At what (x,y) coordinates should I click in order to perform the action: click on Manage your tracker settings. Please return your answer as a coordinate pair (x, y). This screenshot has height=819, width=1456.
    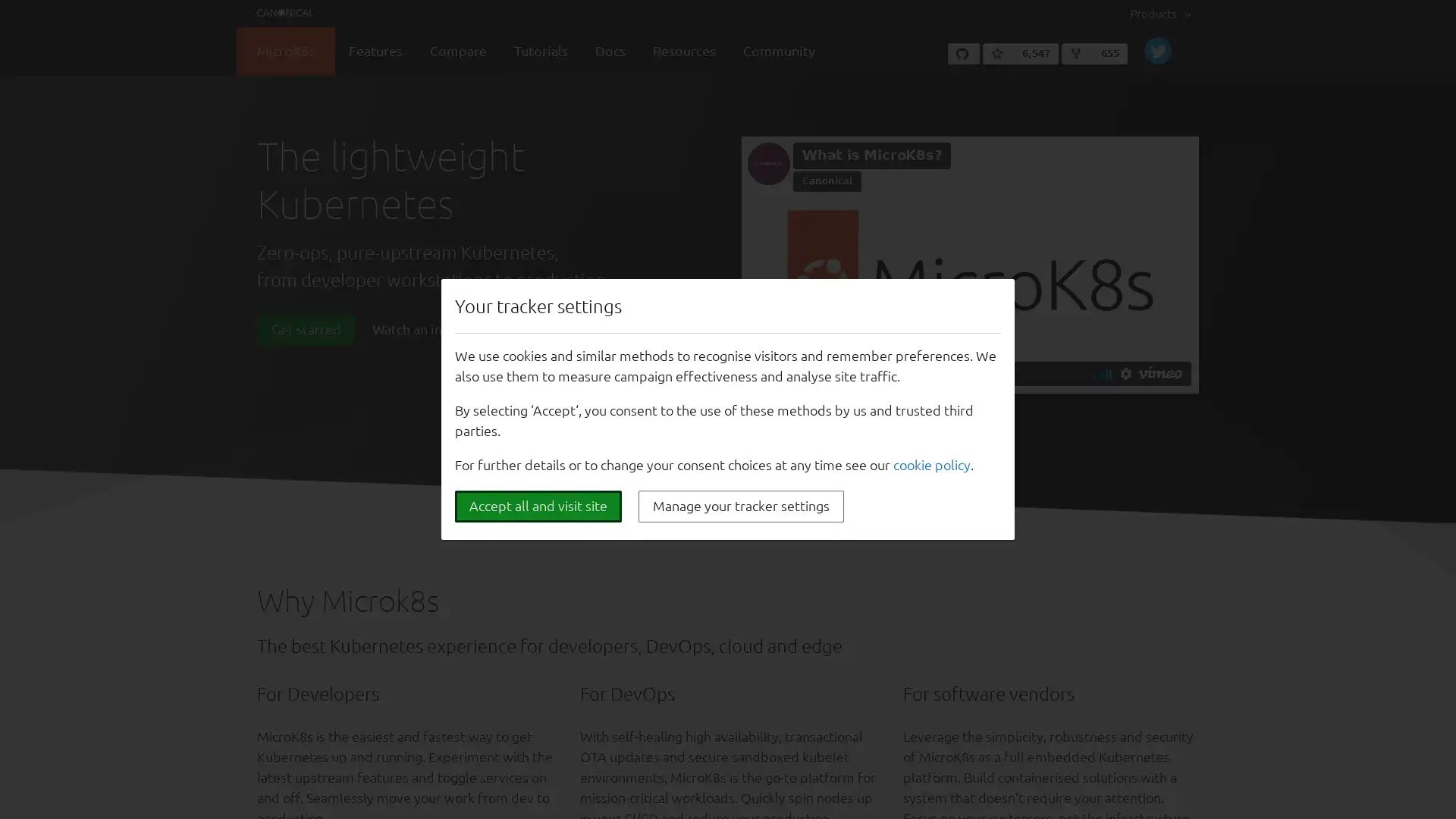
    Looking at the image, I should click on (741, 506).